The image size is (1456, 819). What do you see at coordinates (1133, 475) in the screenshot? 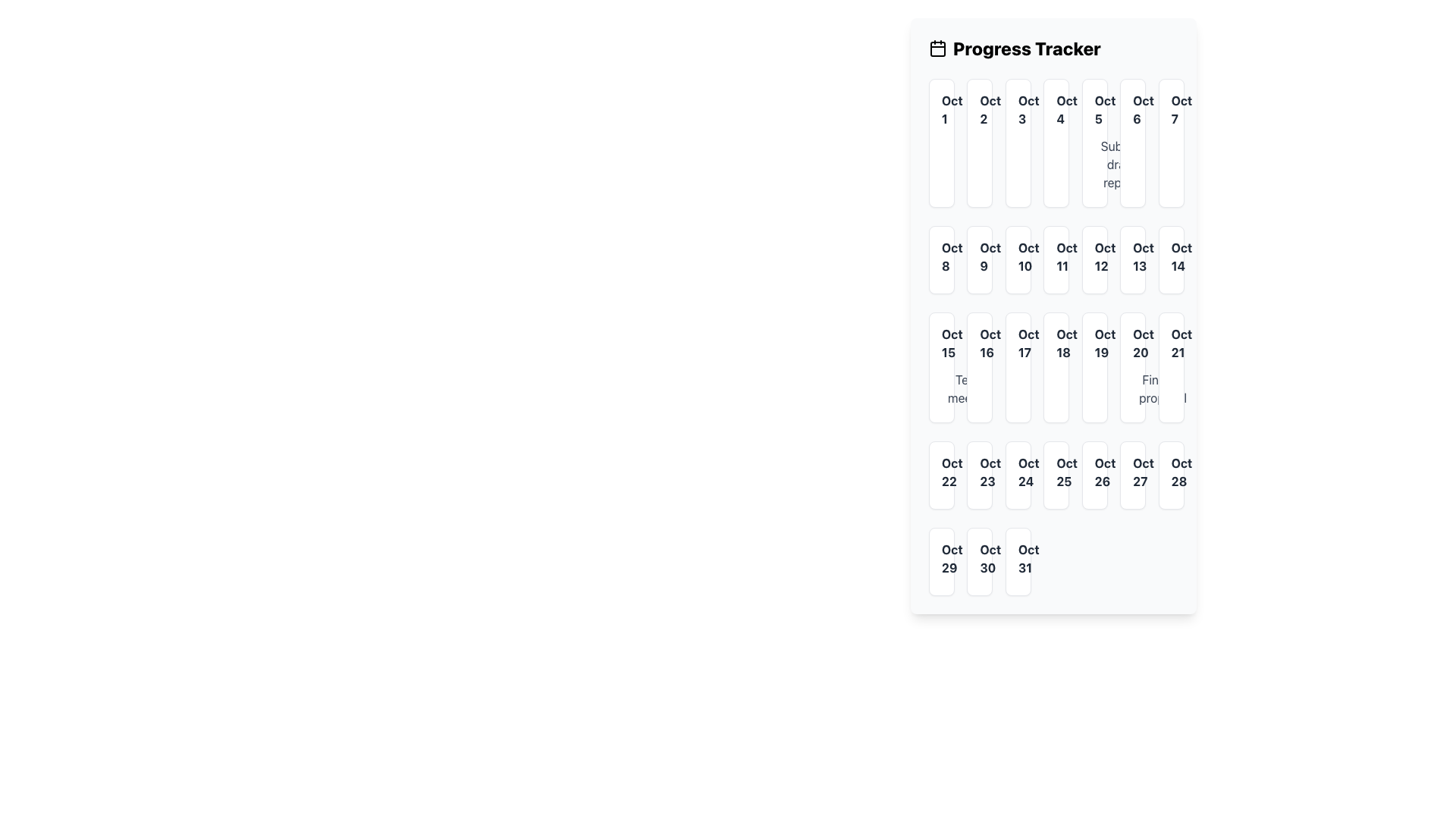
I see `the Single date card displaying 'Oct 27'` at bounding box center [1133, 475].